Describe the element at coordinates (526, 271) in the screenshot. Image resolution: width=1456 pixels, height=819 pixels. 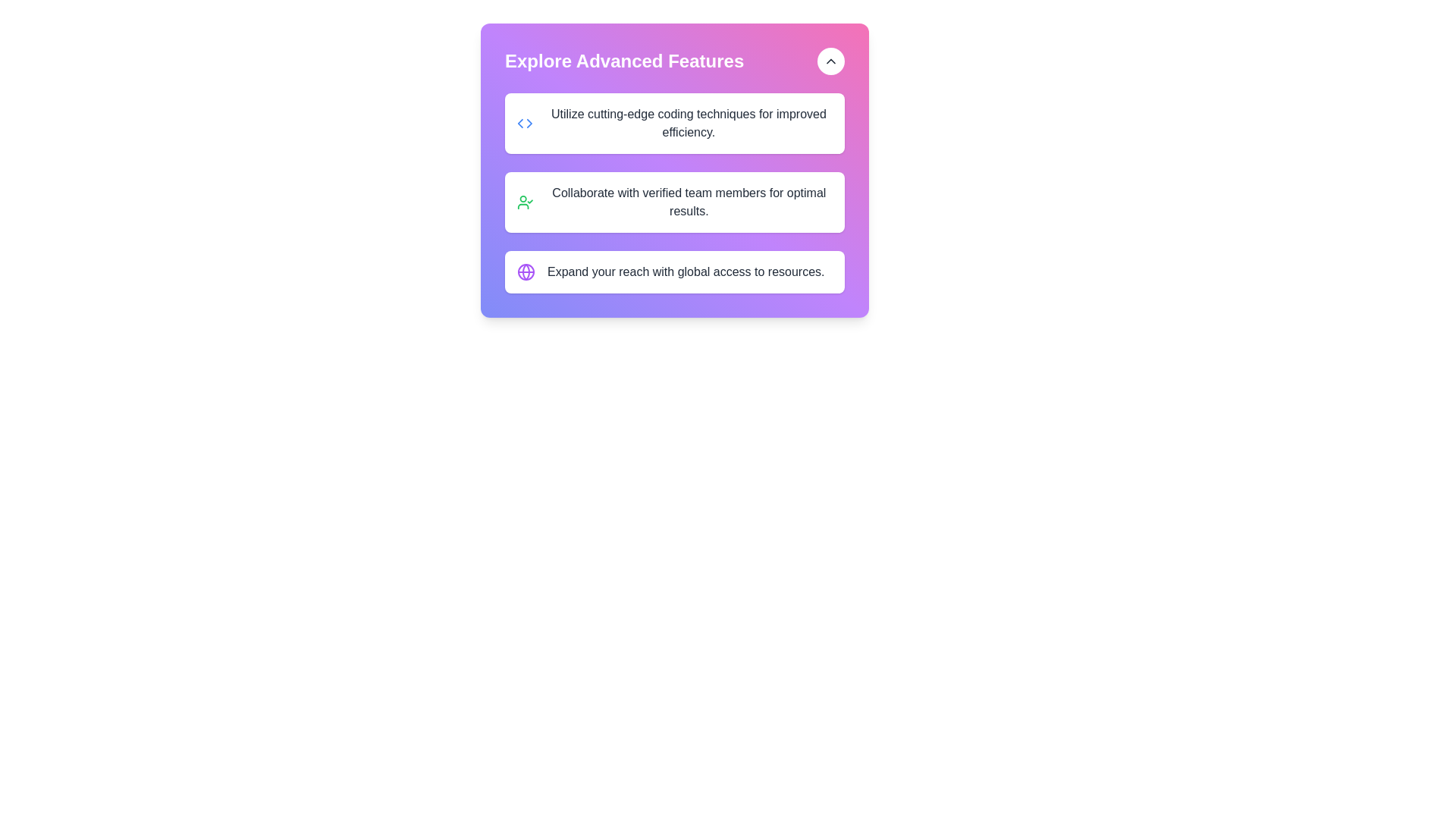
I see `the central circular part of the 'globe' icon graphic, which is the Decorative vector element located within the second listing entry on the interface, rightmost in its row` at that location.